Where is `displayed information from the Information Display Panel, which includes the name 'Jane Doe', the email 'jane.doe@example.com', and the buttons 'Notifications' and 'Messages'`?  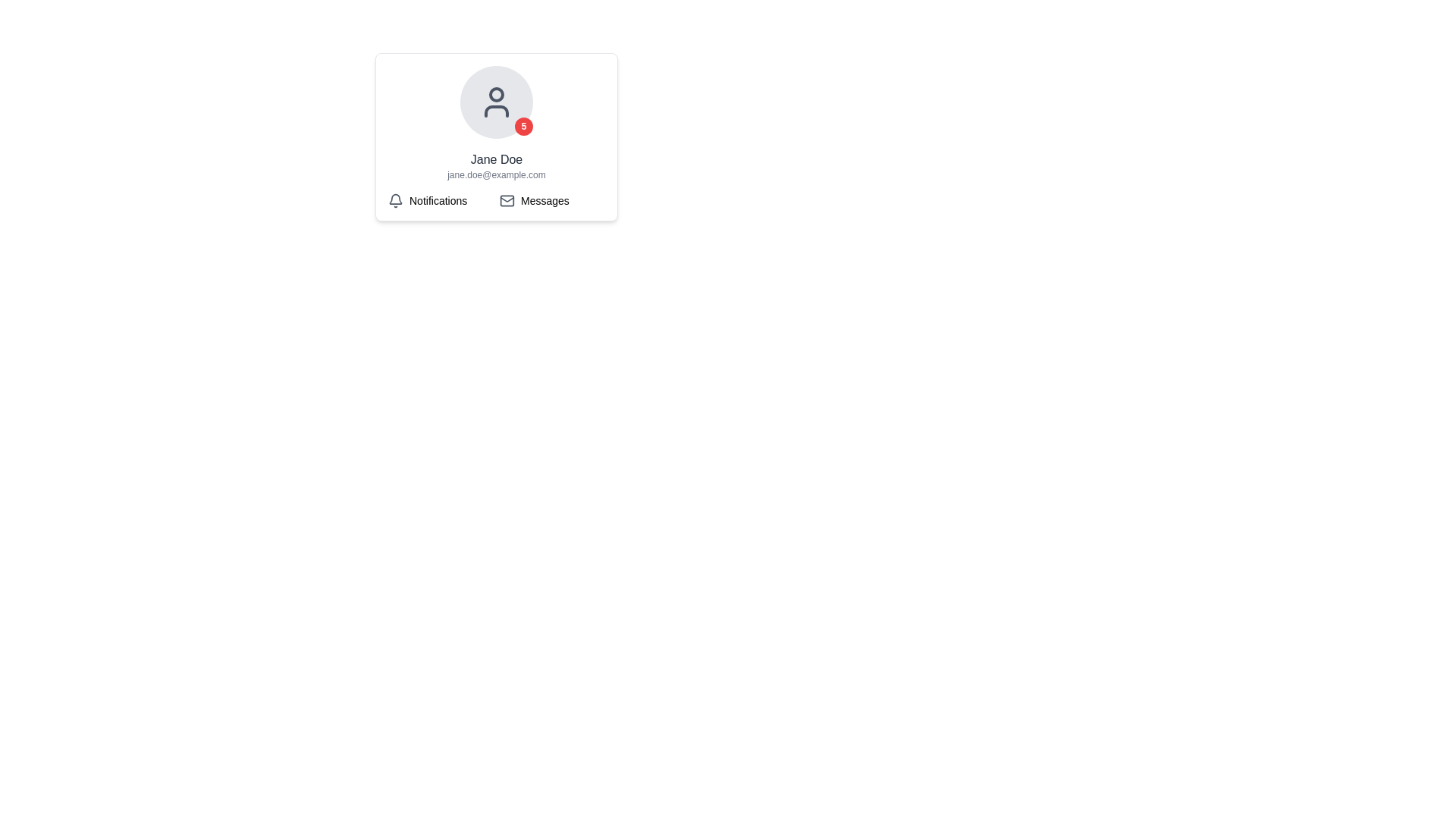
displayed information from the Information Display Panel, which includes the name 'Jane Doe', the email 'jane.doe@example.com', and the buttons 'Notifications' and 'Messages' is located at coordinates (496, 178).